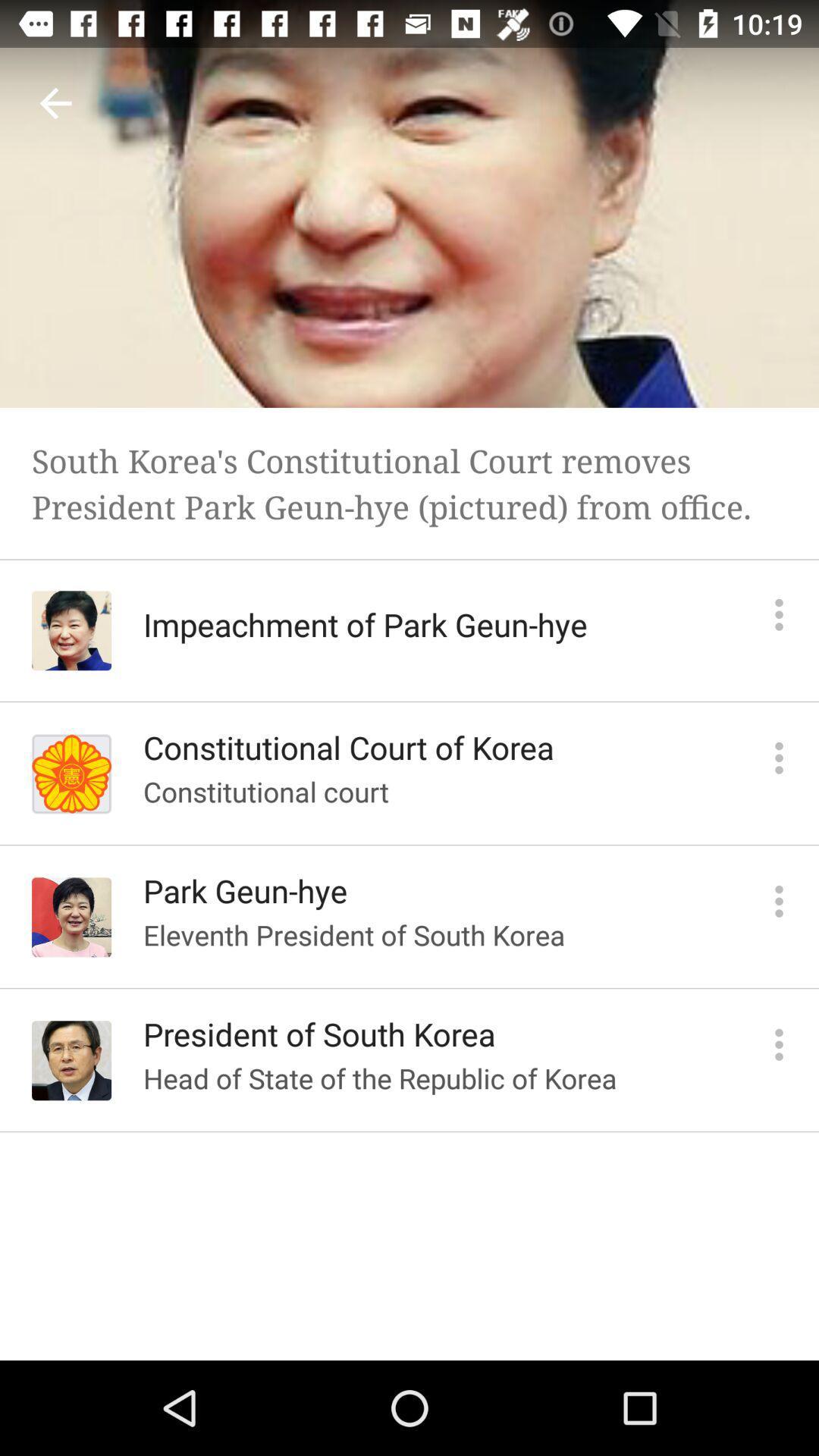  I want to click on three vertical dots that will expand into a new menu, so click(779, 758).